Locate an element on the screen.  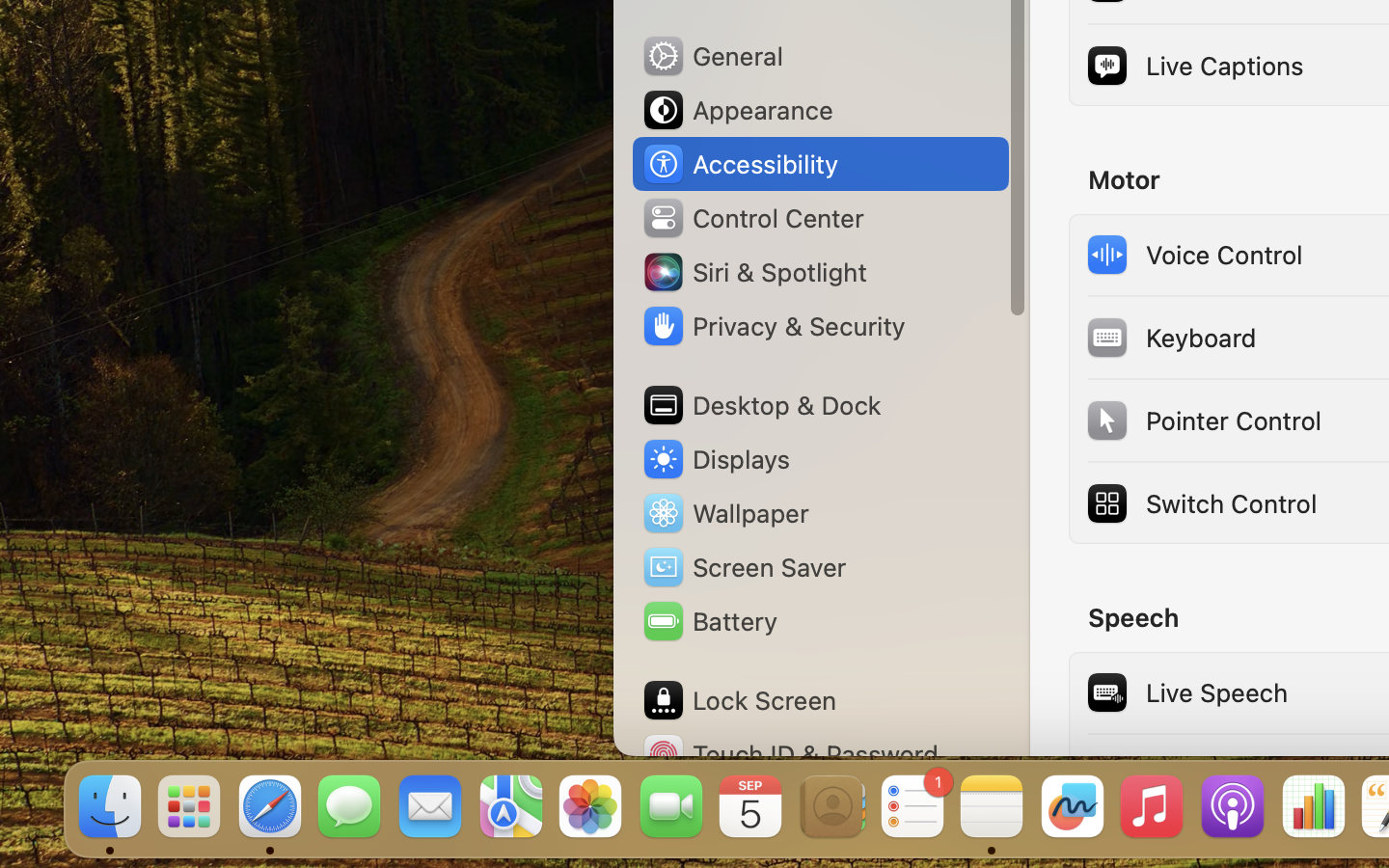
'Accessibility' is located at coordinates (738, 164).